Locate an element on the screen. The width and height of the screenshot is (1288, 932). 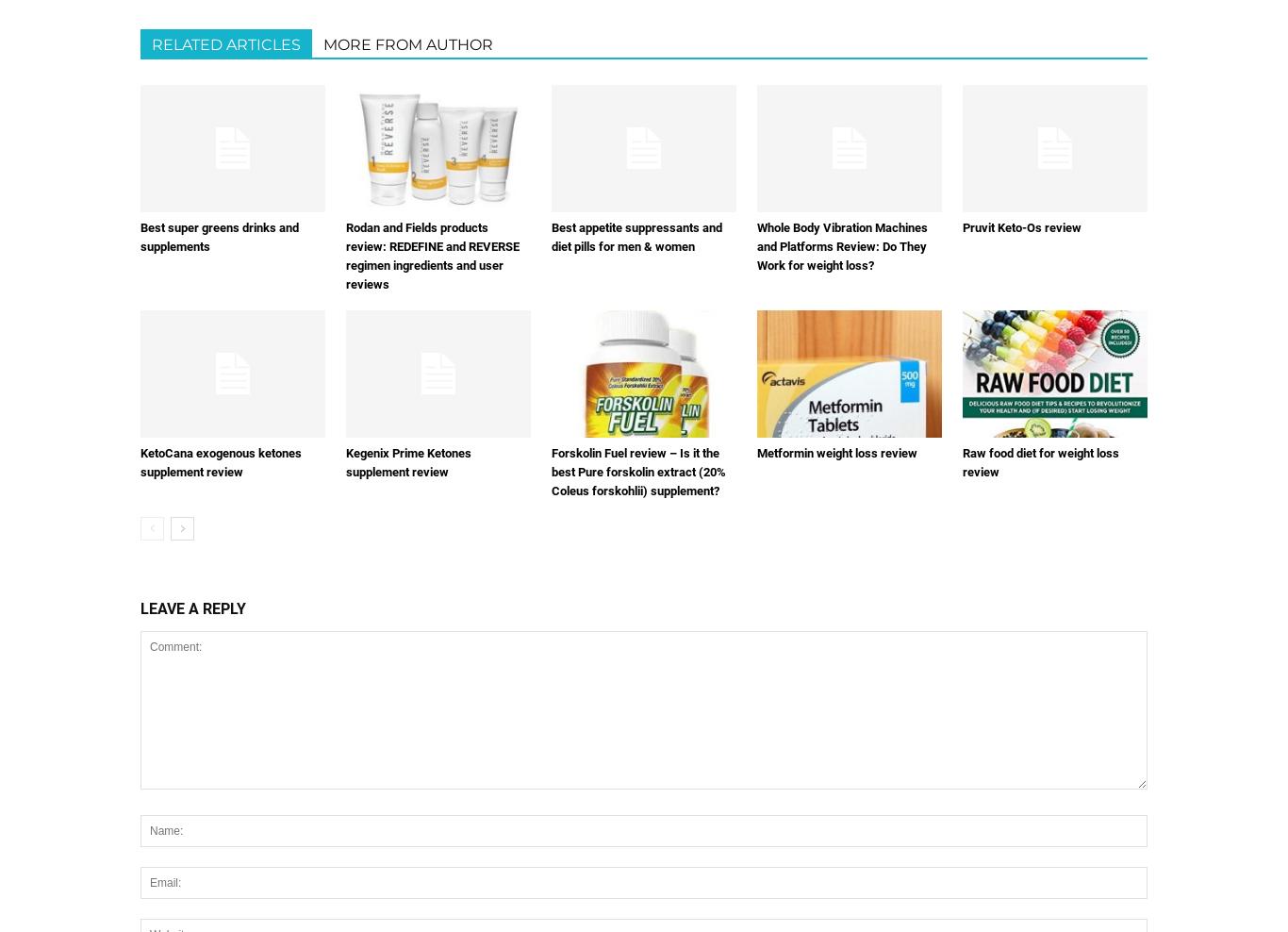
'Whole Body Vibration Machines and Platforms Review: Do They Work for weight loss?' is located at coordinates (841, 244).